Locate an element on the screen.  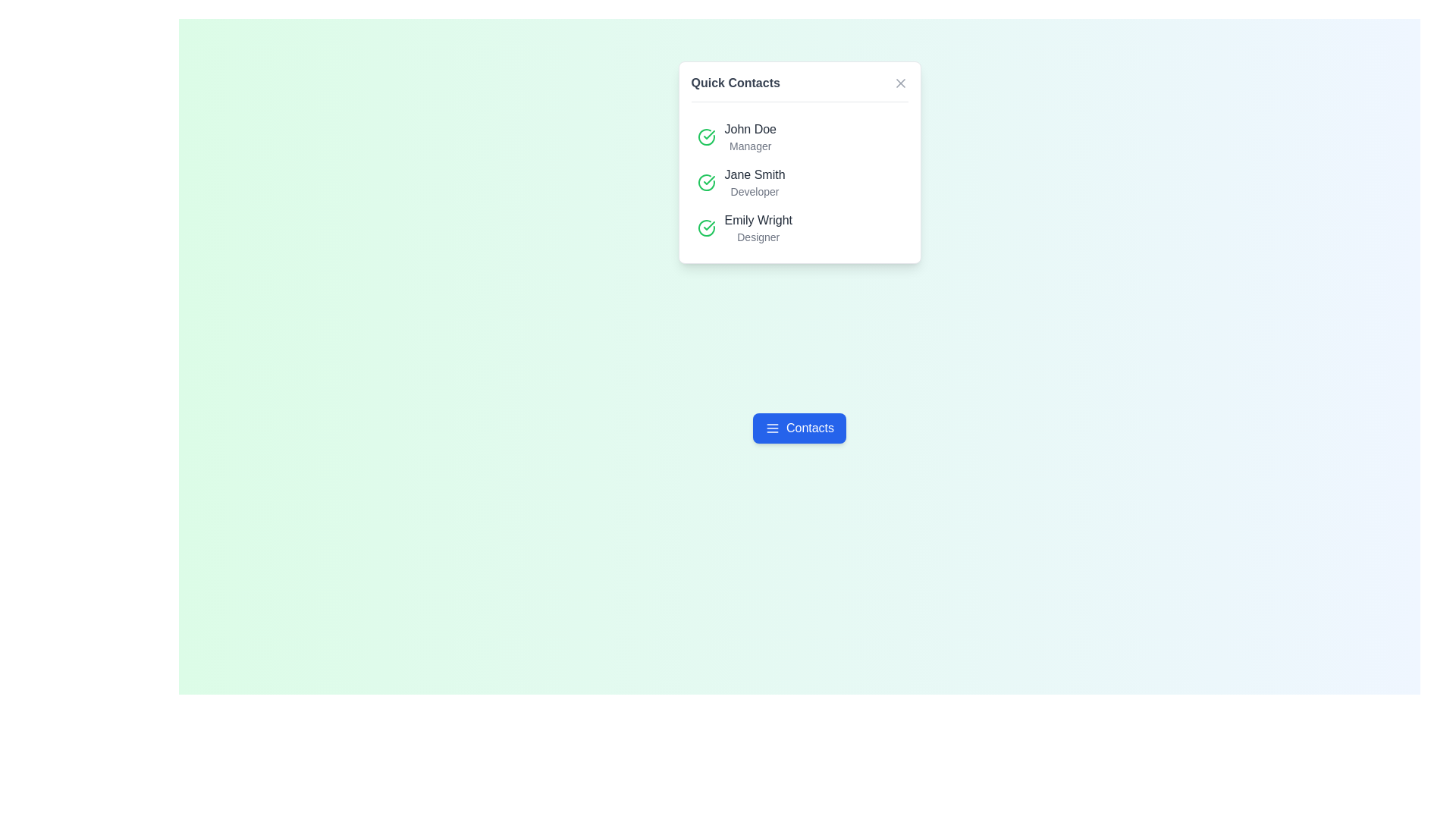
the text 'Emily Wright' is located at coordinates (758, 220).